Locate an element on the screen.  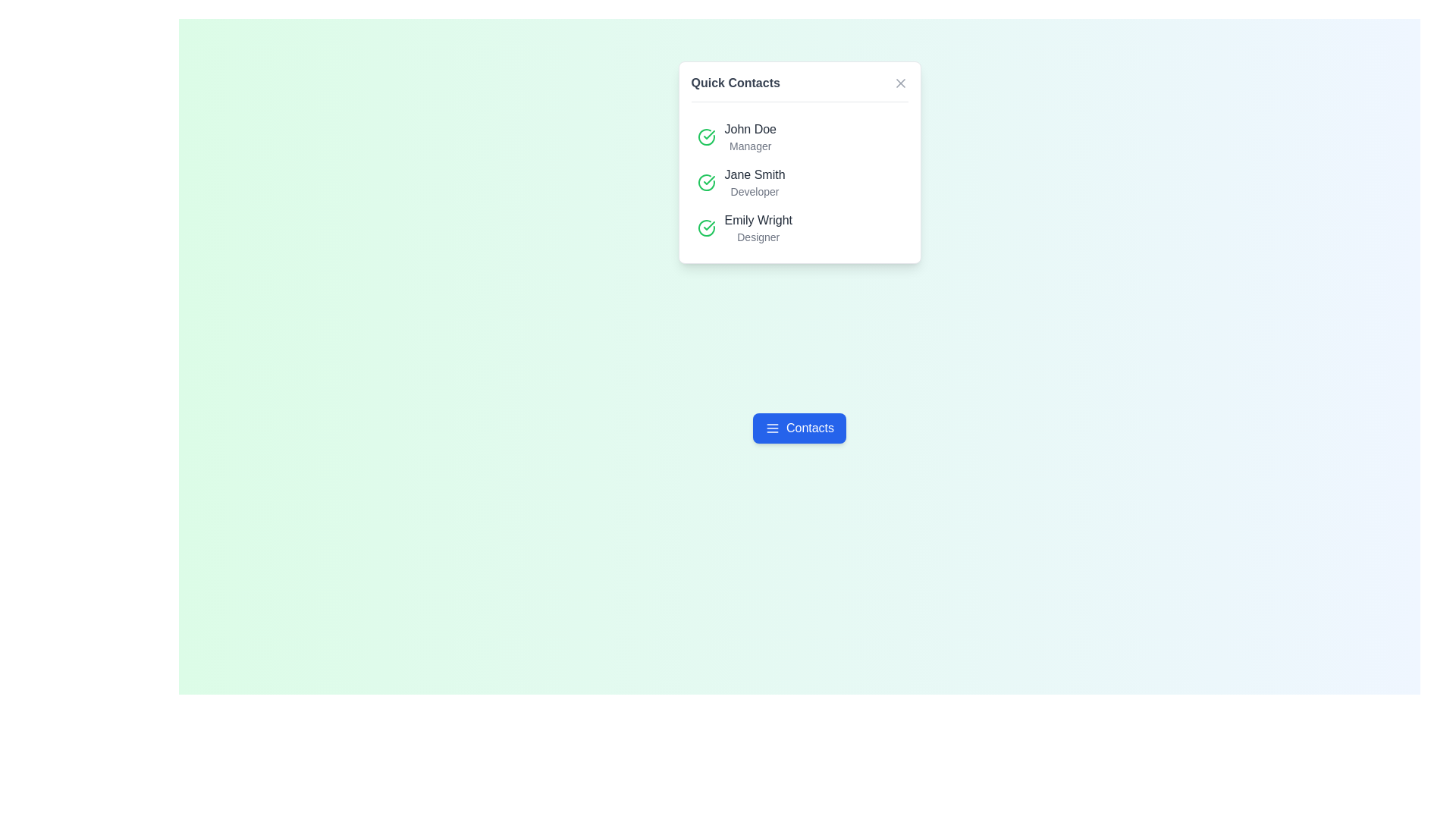
the text 'Emily Wright' is located at coordinates (758, 220).